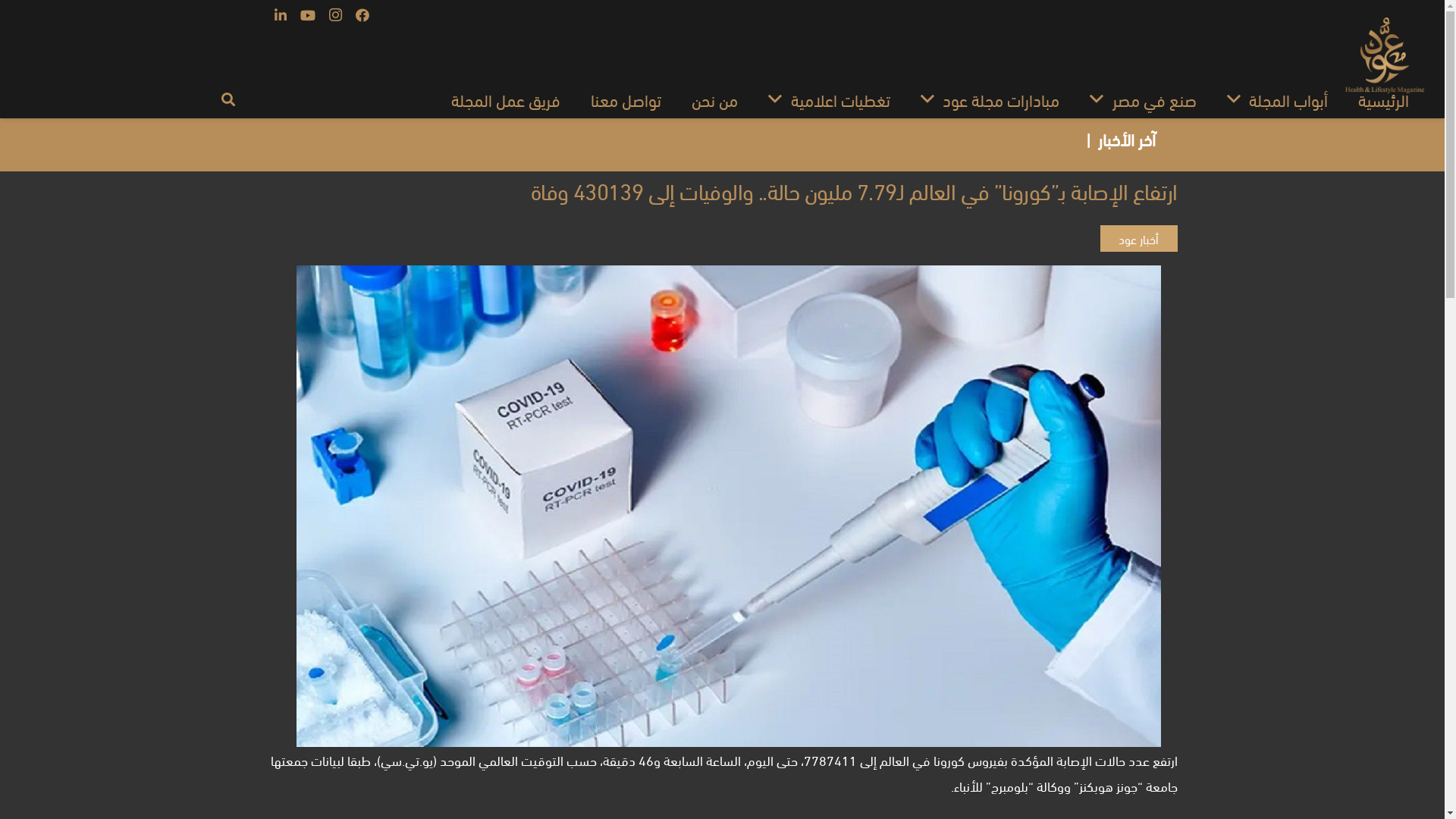  What do you see at coordinates (307, 14) in the screenshot?
I see `'YouTube'` at bounding box center [307, 14].